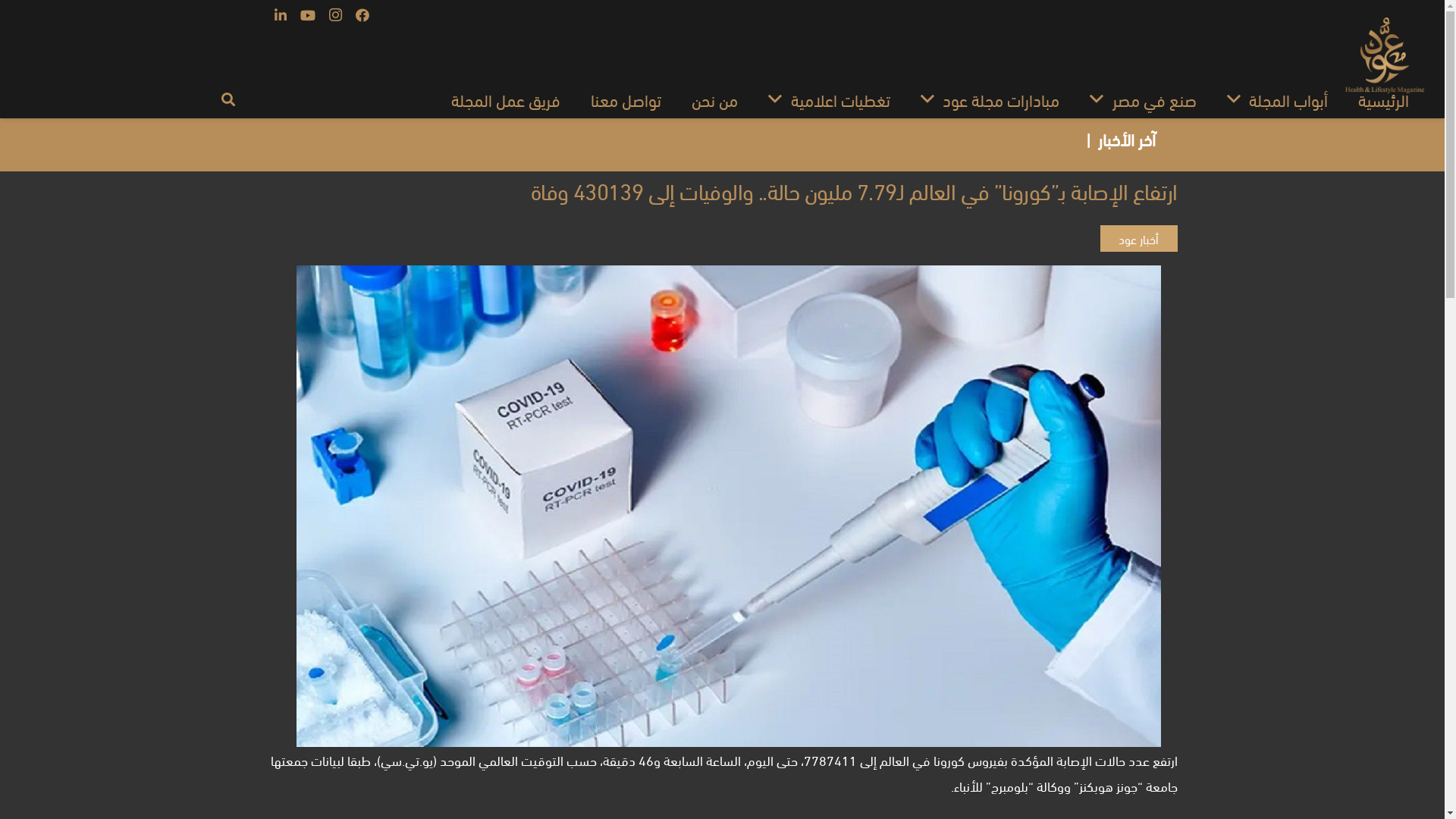  What do you see at coordinates (307, 14) in the screenshot?
I see `'YouTube'` at bounding box center [307, 14].